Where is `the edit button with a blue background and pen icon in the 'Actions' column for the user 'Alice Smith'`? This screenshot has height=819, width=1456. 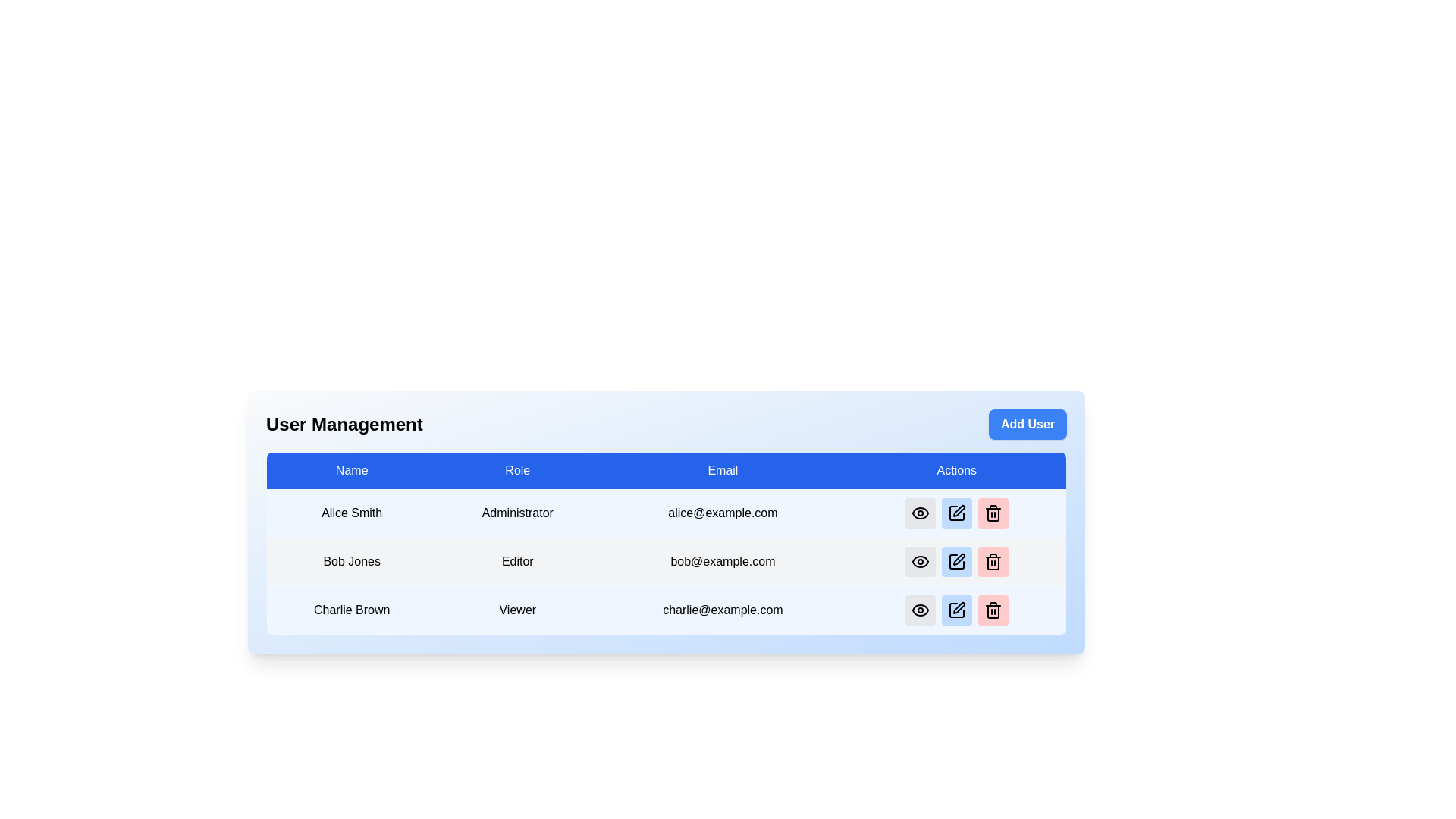
the edit button with a blue background and pen icon in the 'Actions' column for the user 'Alice Smith' is located at coordinates (956, 513).